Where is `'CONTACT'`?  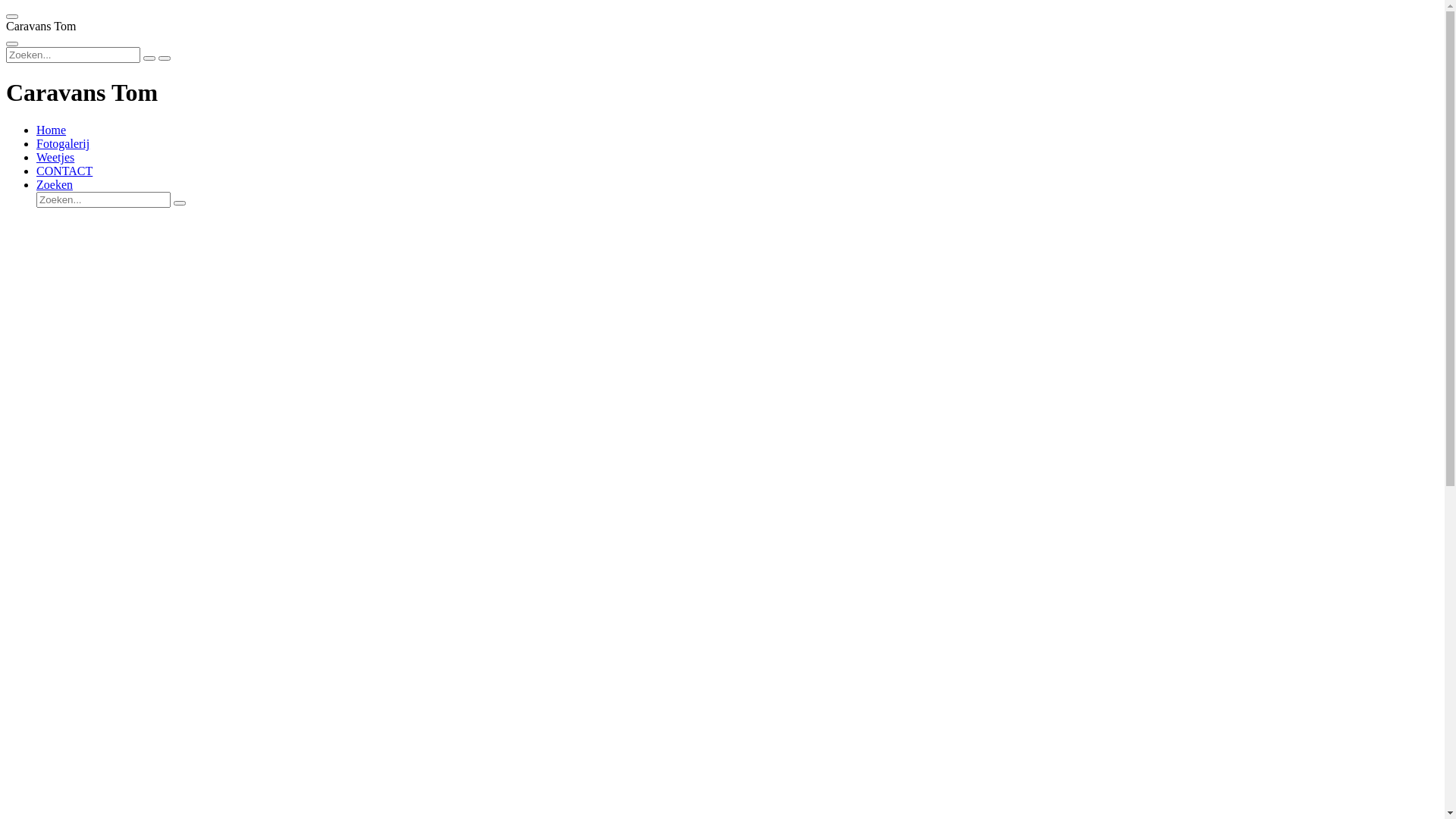 'CONTACT' is located at coordinates (64, 171).